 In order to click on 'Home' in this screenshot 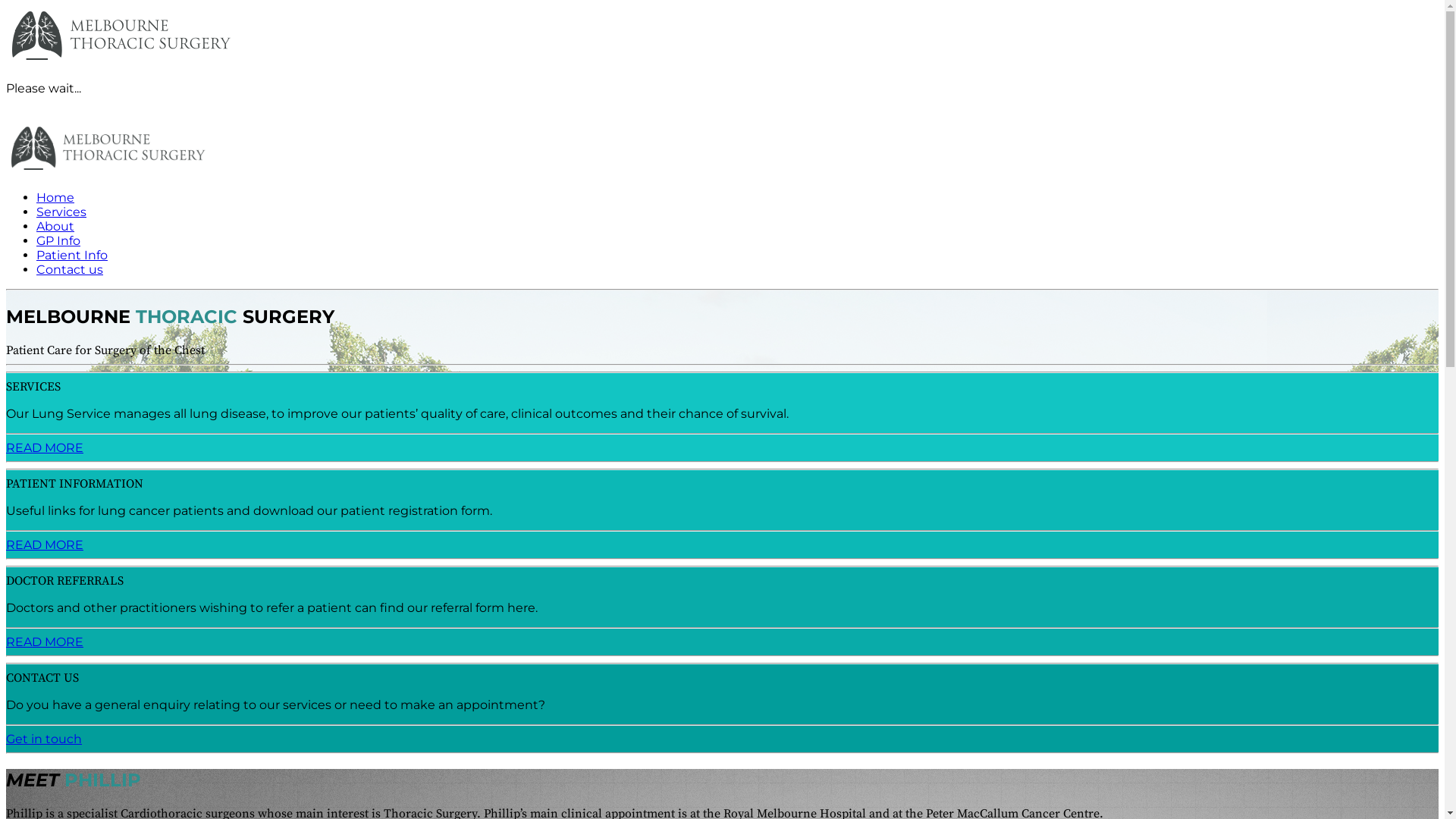, I will do `click(55, 196)`.